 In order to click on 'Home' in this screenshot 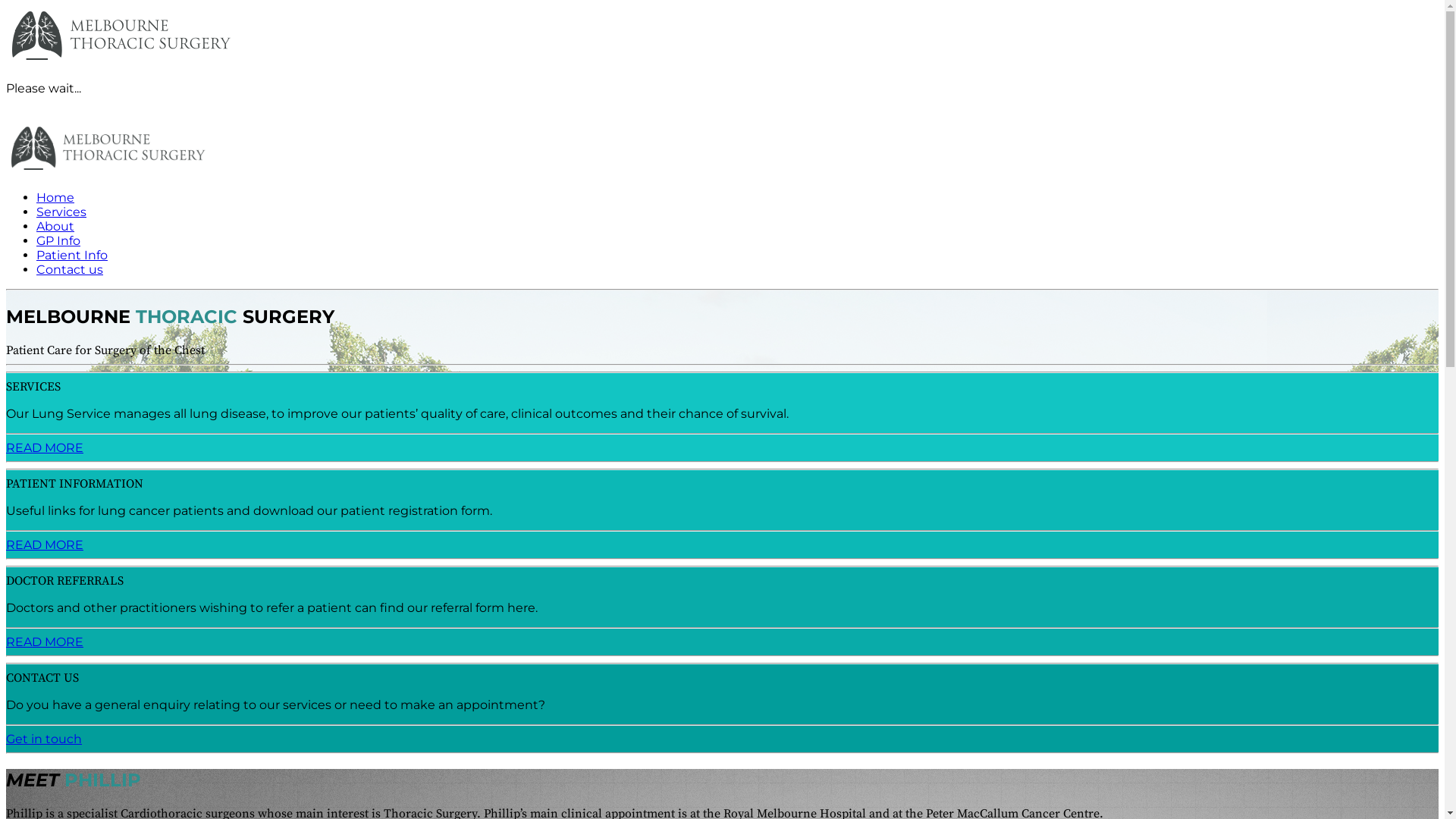, I will do `click(55, 196)`.